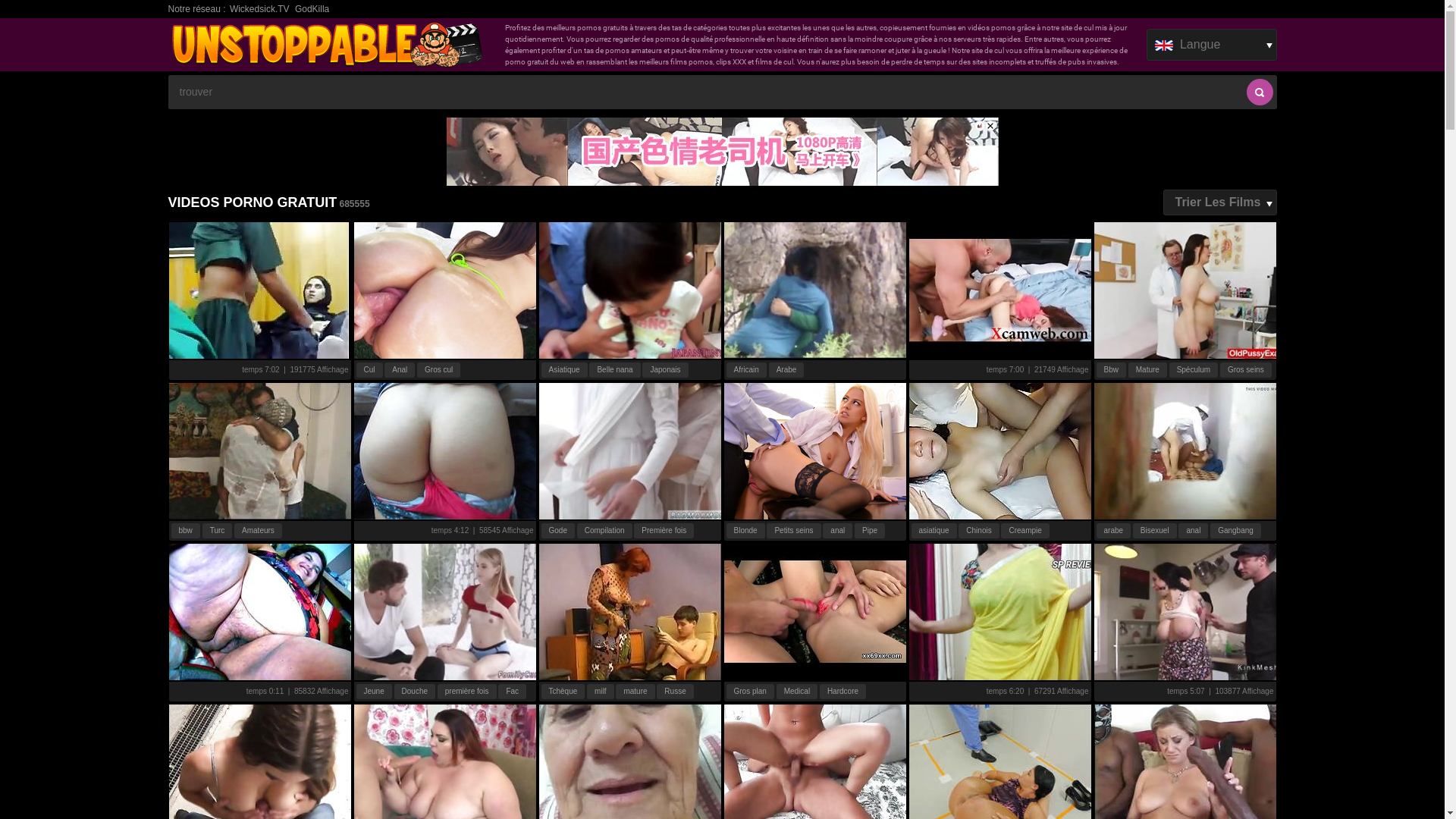 This screenshot has height=819, width=1456. Describe the element at coordinates (557, 529) in the screenshot. I see `'Gode'` at that location.